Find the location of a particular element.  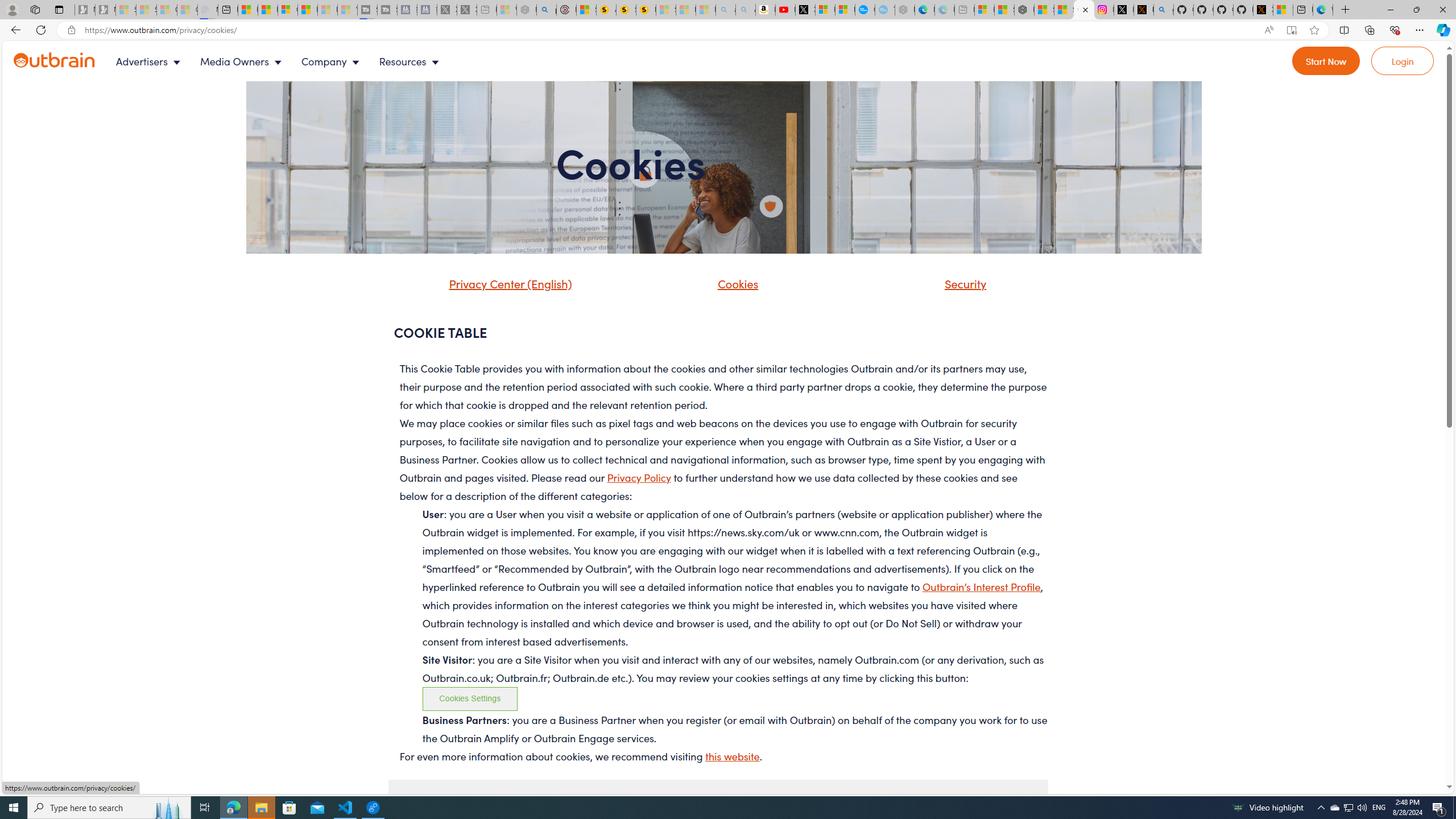

'Log in to X / X' is located at coordinates (1124, 9).